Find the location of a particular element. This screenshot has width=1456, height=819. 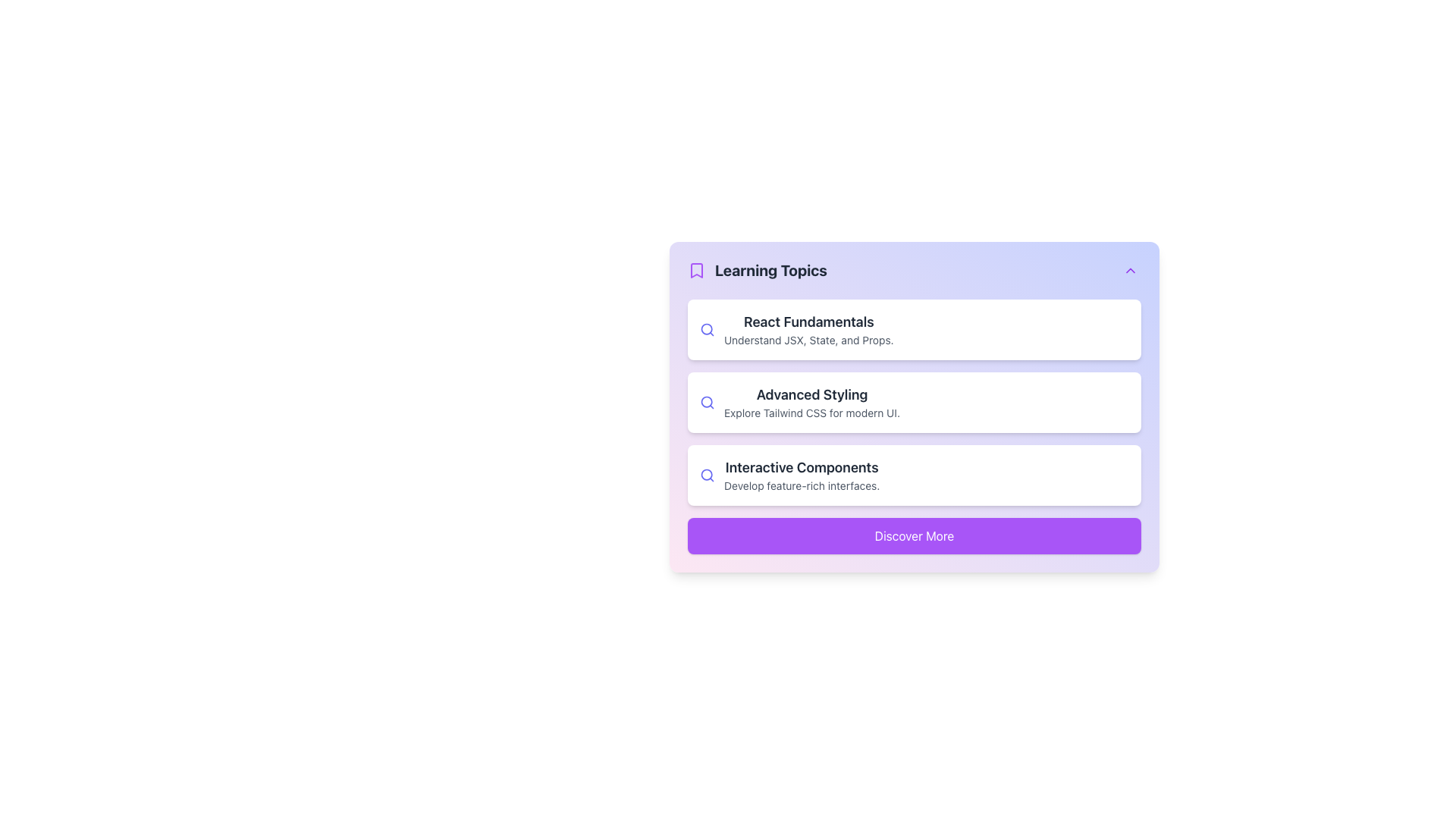

text label that serves as the title for the section, located in the upper section of the card, to the right of a bookmark icon is located at coordinates (771, 270).